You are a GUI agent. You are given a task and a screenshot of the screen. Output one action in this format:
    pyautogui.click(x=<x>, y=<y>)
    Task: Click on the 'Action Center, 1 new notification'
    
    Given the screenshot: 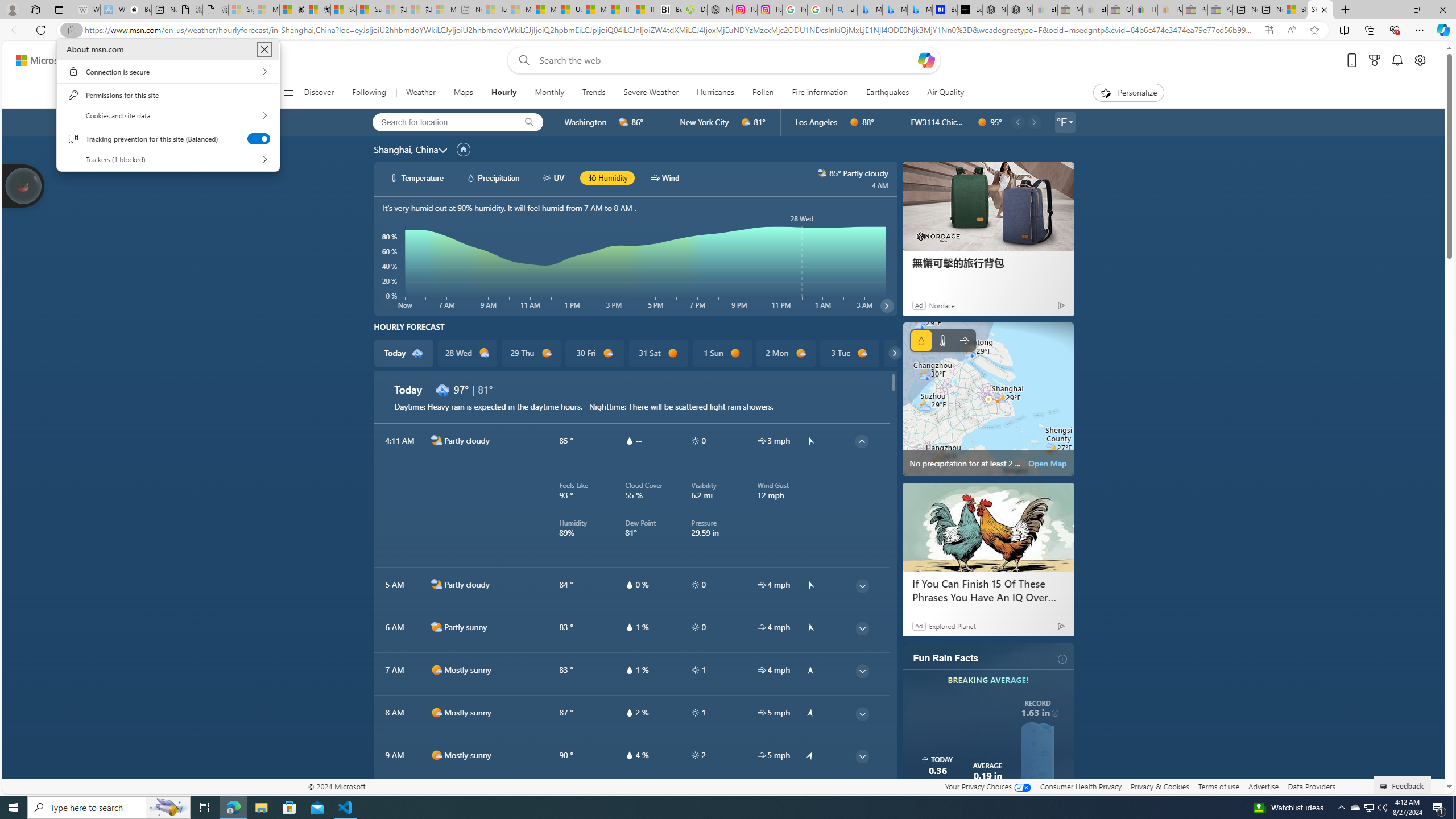 What is the action you would take?
    pyautogui.click(x=1439, y=806)
    